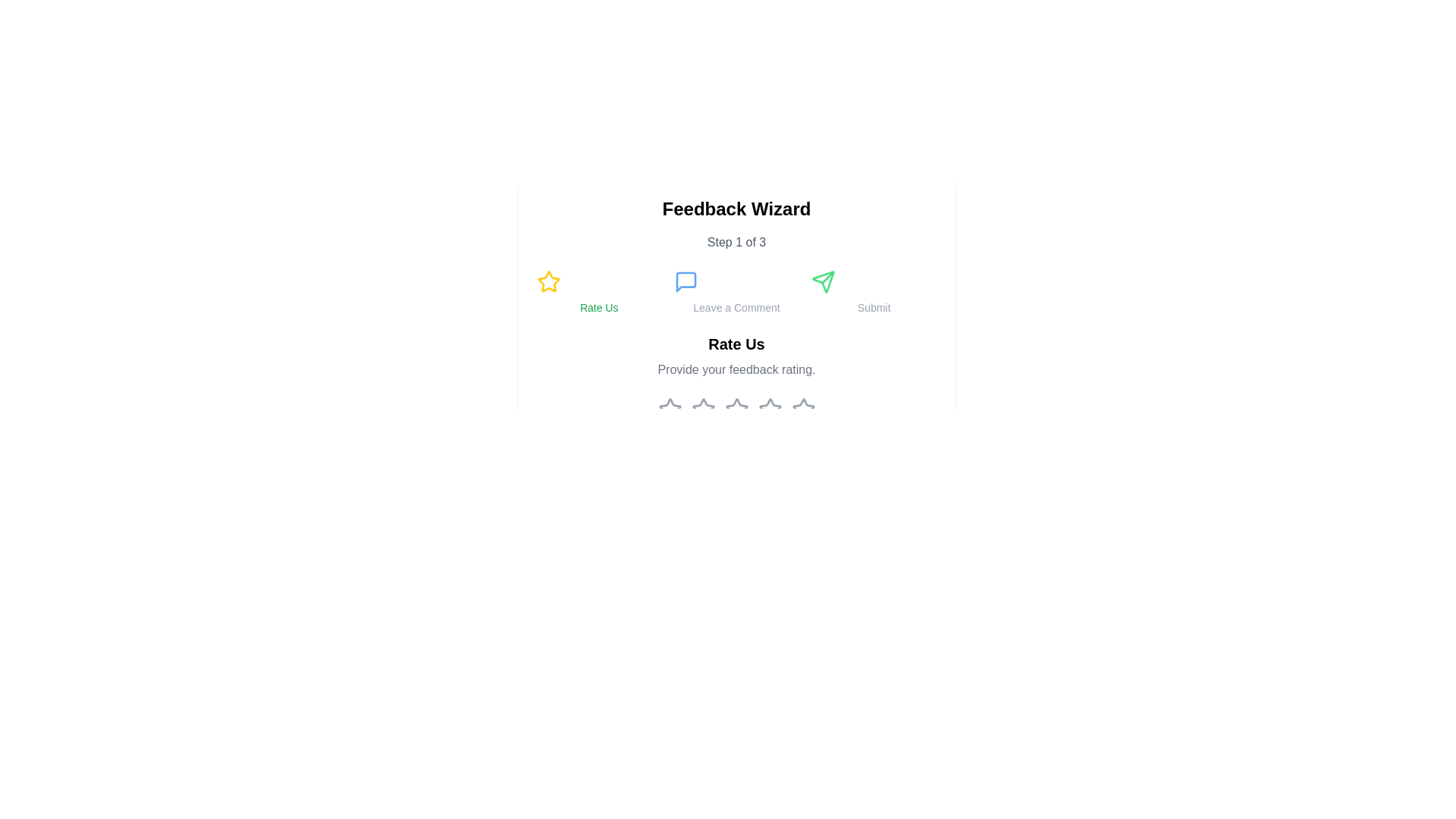  What do you see at coordinates (548, 281) in the screenshot?
I see `across the yellow star icon in the 'Rate Us' section` at bounding box center [548, 281].